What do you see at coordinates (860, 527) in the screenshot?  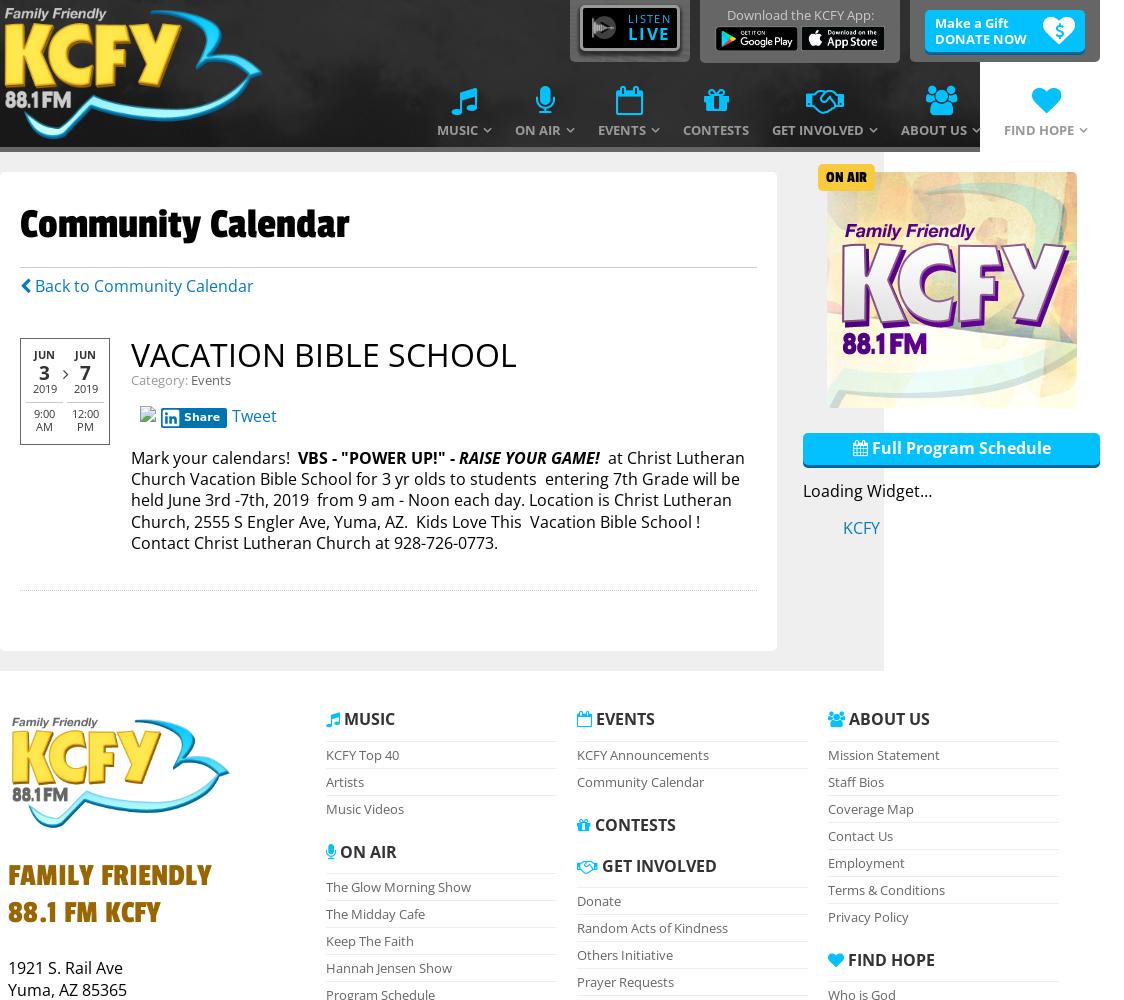 I see `'KCFY'` at bounding box center [860, 527].